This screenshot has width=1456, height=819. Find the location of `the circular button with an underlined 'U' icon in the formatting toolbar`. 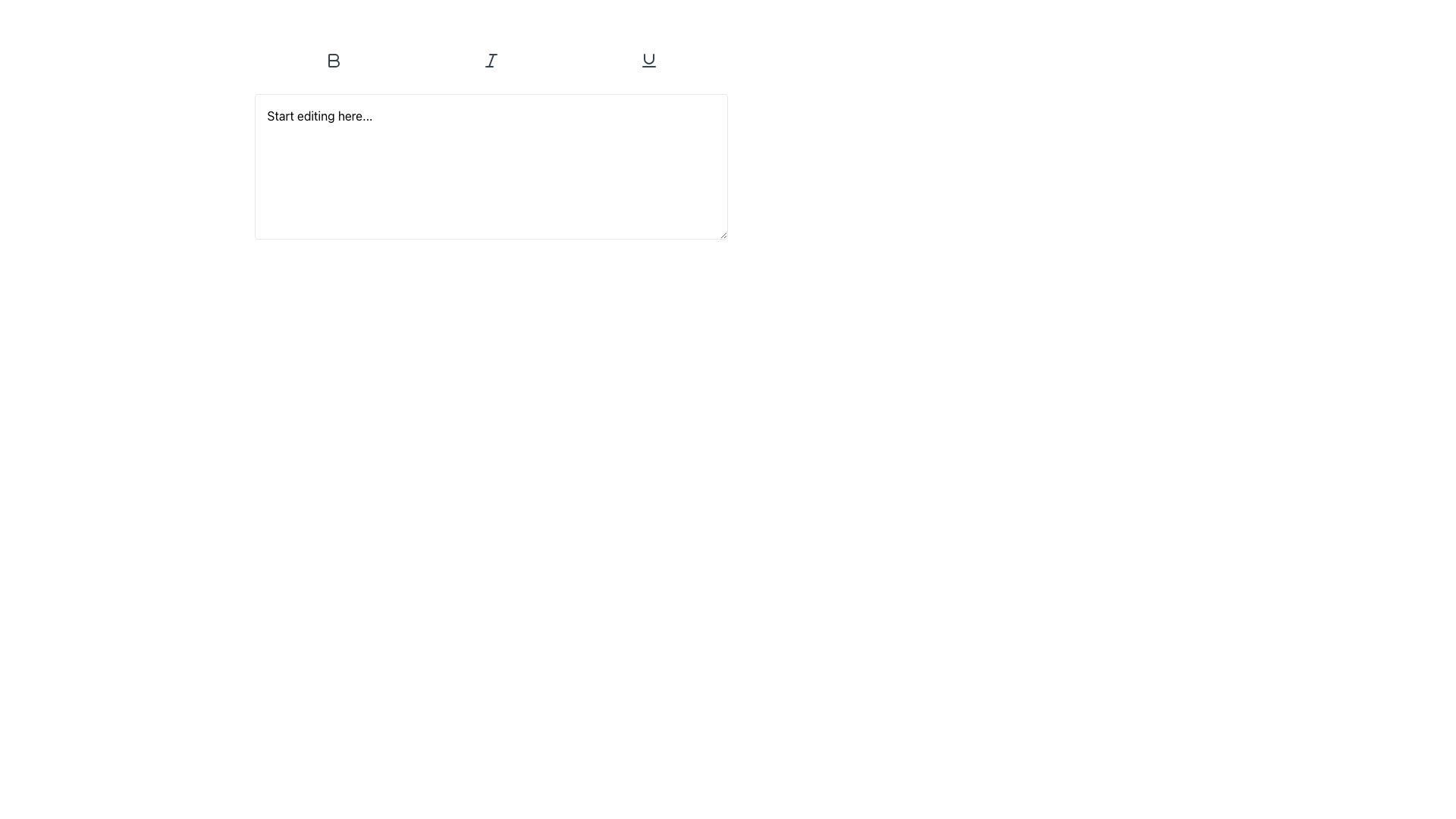

the circular button with an underlined 'U' icon in the formatting toolbar is located at coordinates (648, 60).